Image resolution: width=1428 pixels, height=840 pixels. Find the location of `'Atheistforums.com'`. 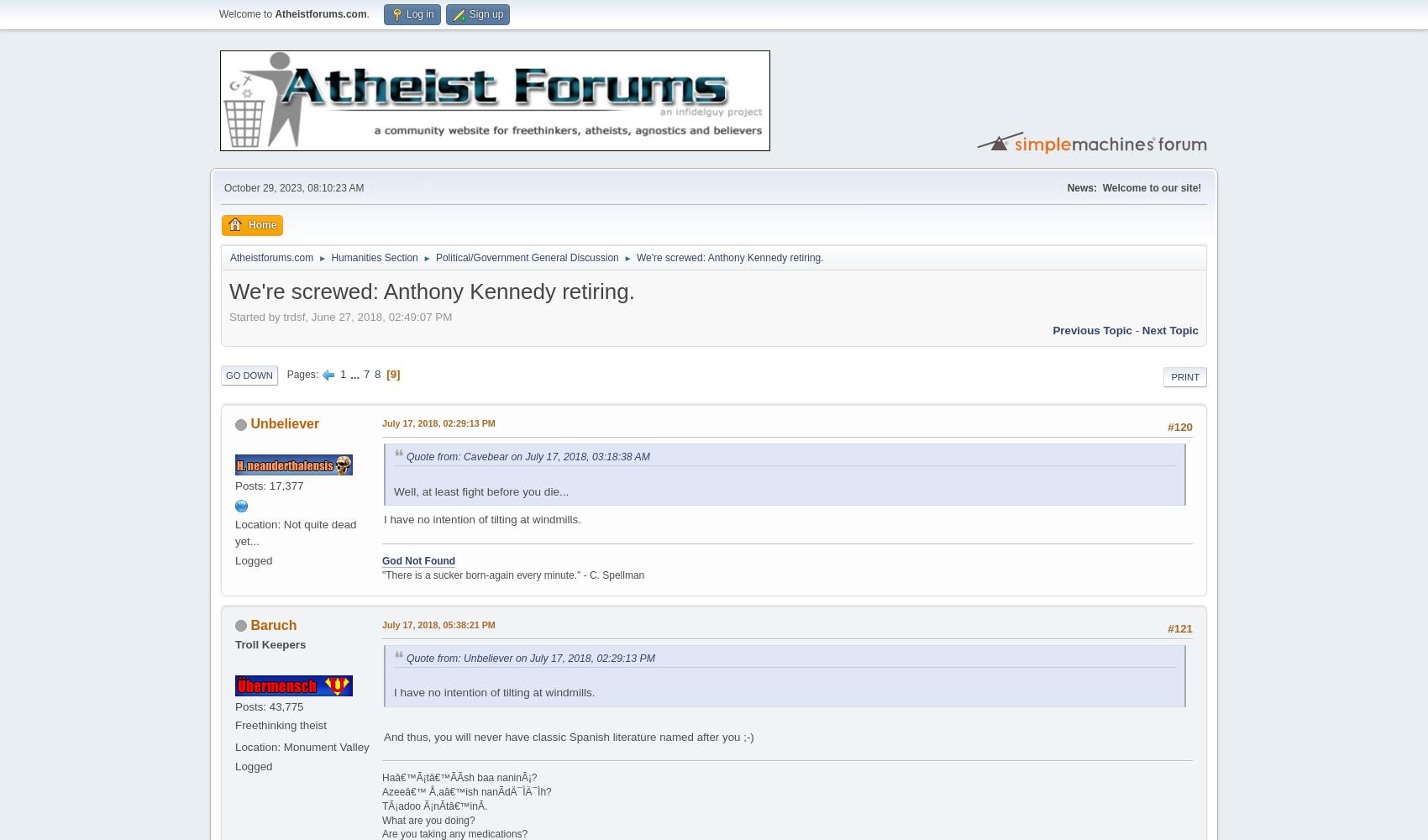

'Atheistforums.com' is located at coordinates (230, 257).